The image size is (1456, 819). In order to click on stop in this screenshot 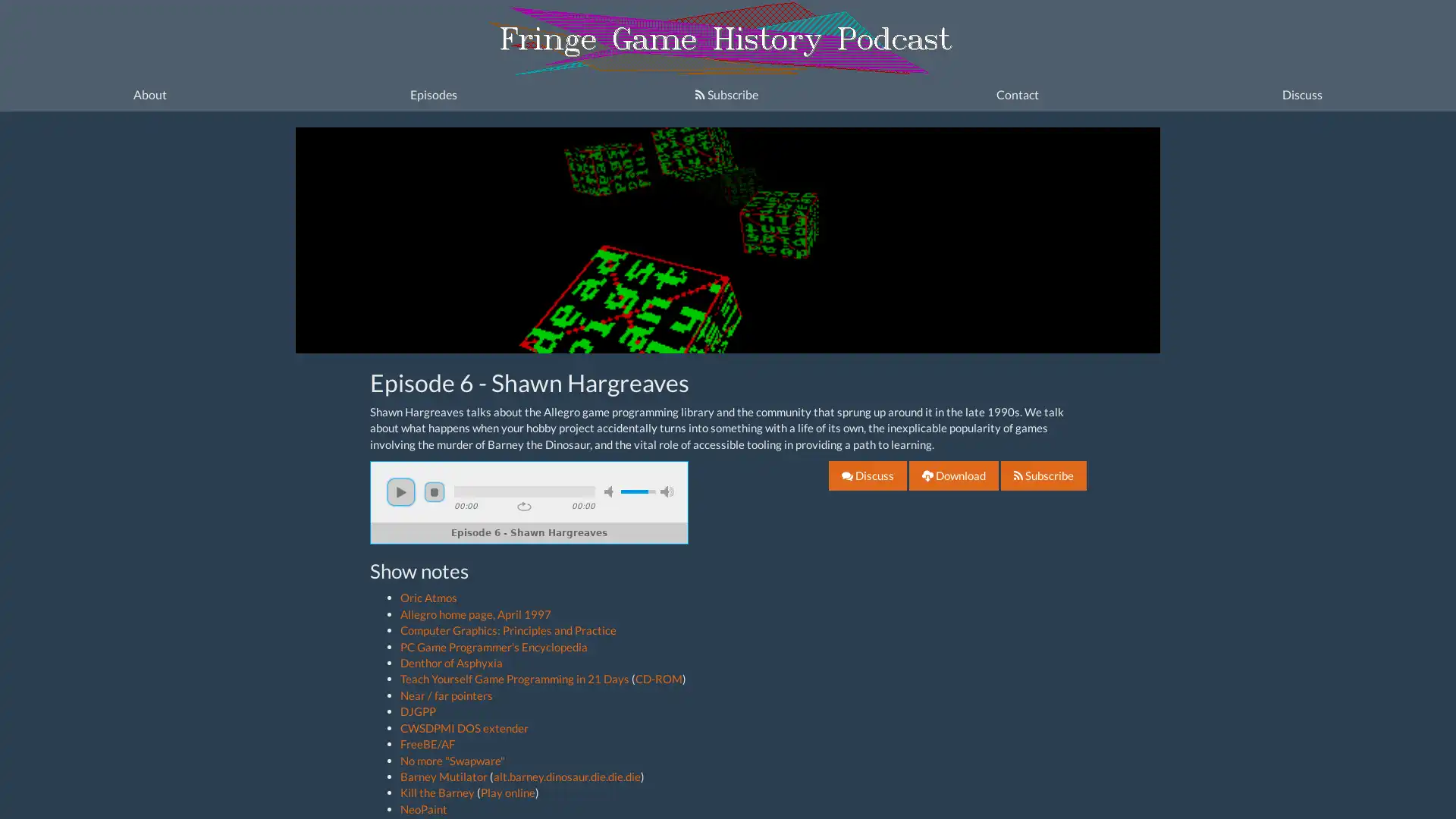, I will do `click(432, 491)`.